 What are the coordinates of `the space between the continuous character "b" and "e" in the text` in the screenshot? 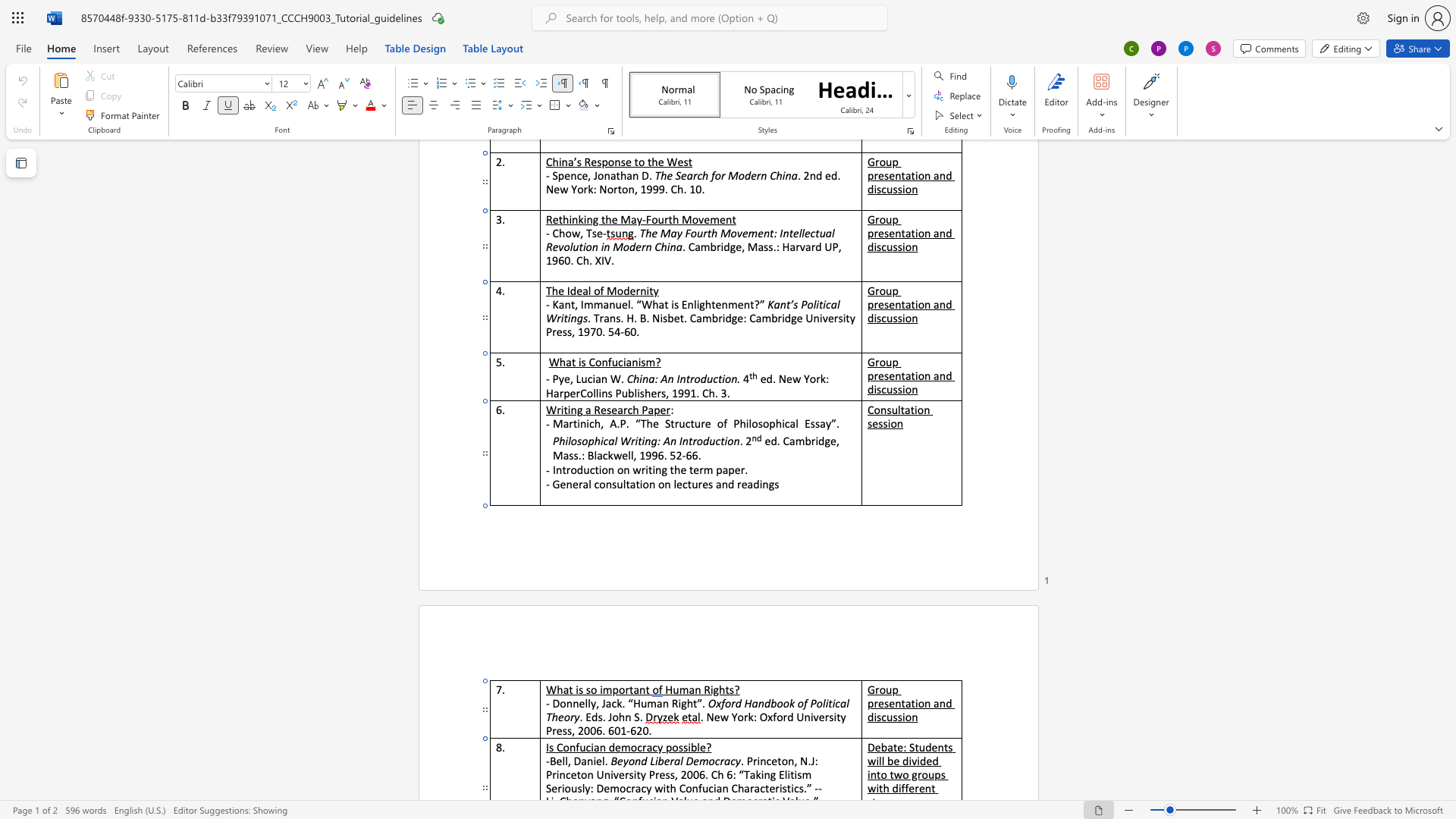 It's located at (664, 761).